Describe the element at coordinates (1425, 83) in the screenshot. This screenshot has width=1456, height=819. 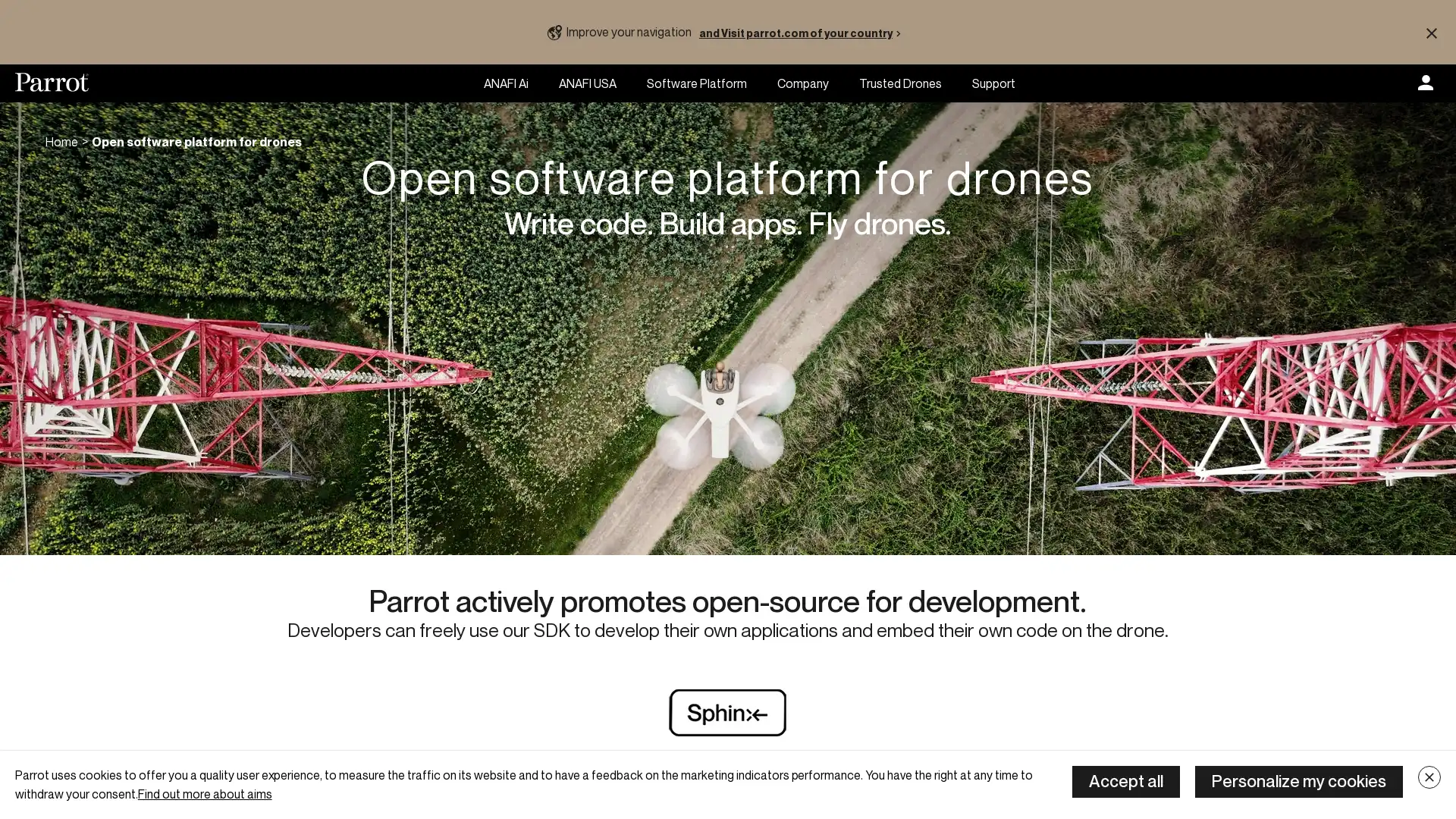
I see `my-parrot` at that location.